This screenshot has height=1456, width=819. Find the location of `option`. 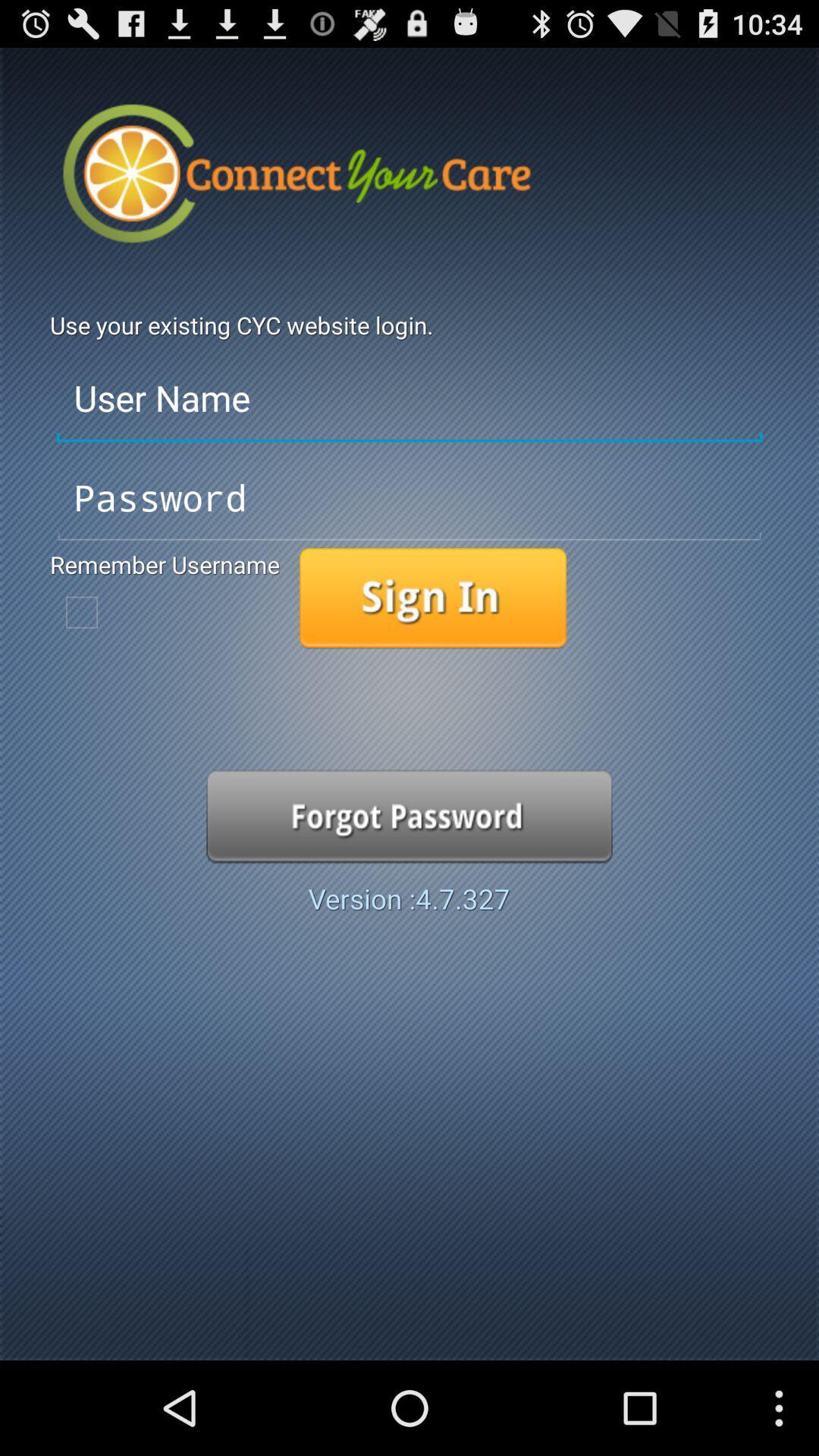

option is located at coordinates (409, 815).